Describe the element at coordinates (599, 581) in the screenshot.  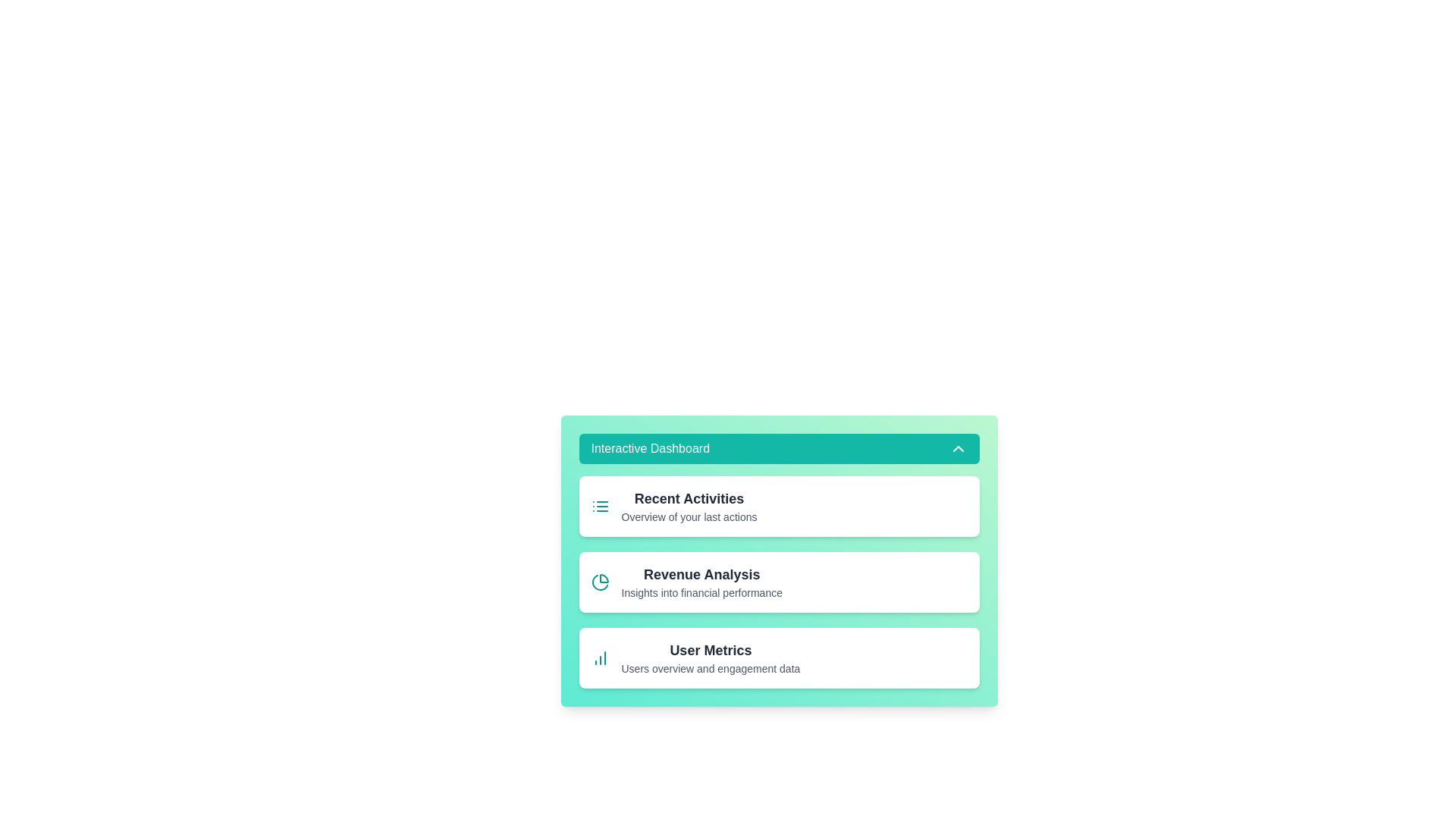
I see `the icon of the widget Revenue Analysis to interact with it` at that location.